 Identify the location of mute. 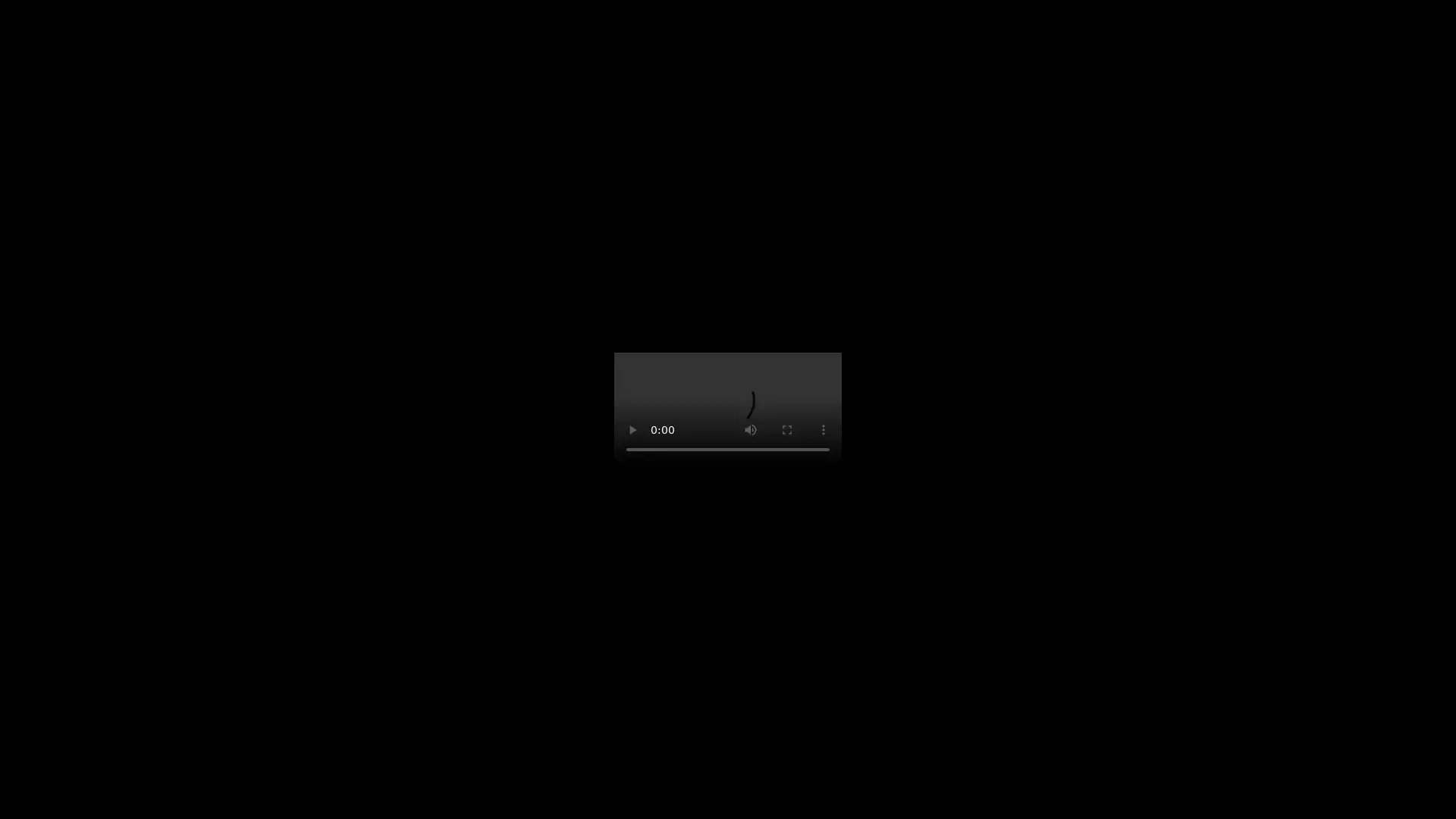
(750, 430).